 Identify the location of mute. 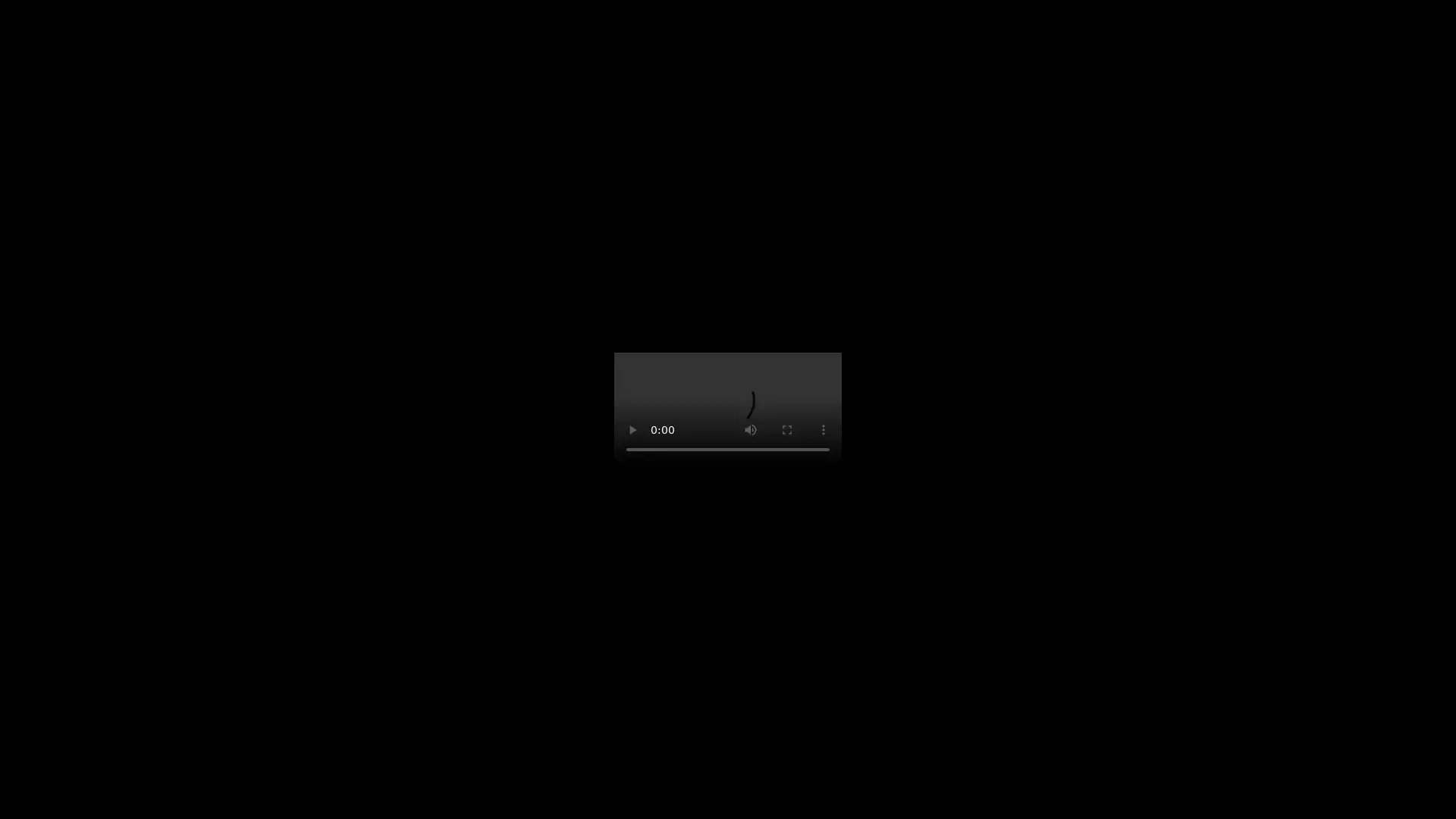
(750, 430).